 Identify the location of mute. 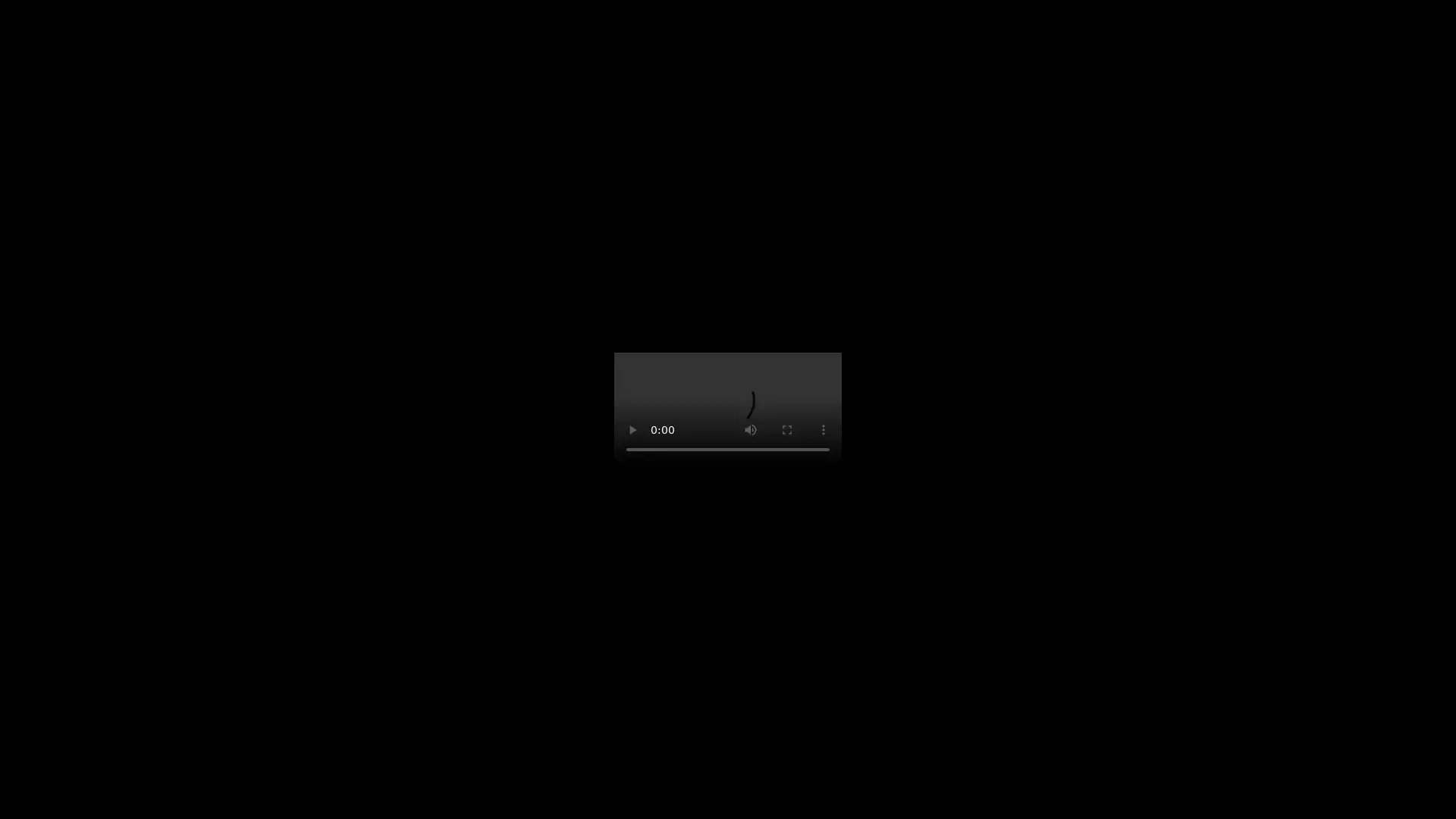
(750, 430).